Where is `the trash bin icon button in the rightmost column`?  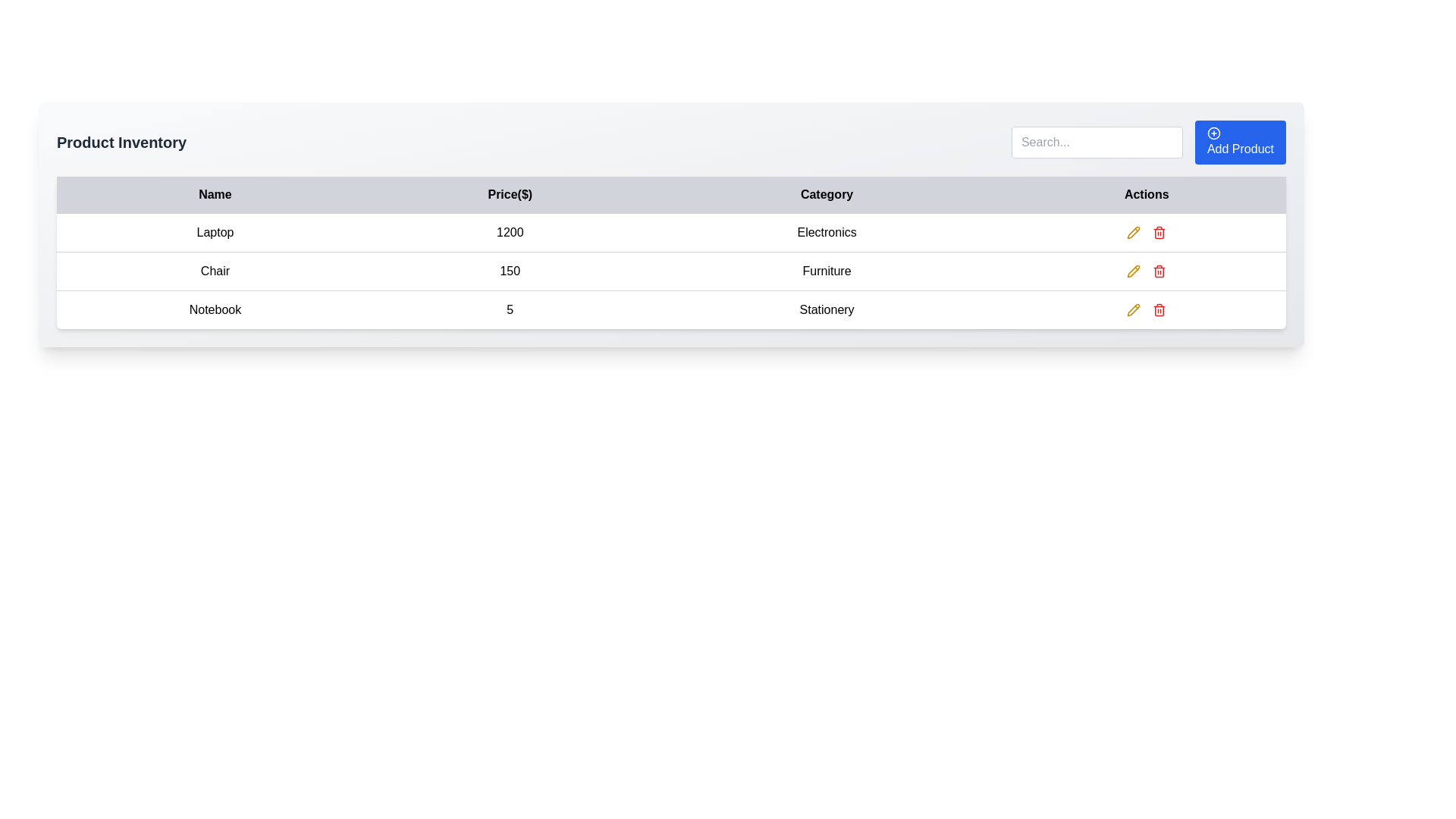
the trash bin icon button in the rightmost column is located at coordinates (1159, 271).